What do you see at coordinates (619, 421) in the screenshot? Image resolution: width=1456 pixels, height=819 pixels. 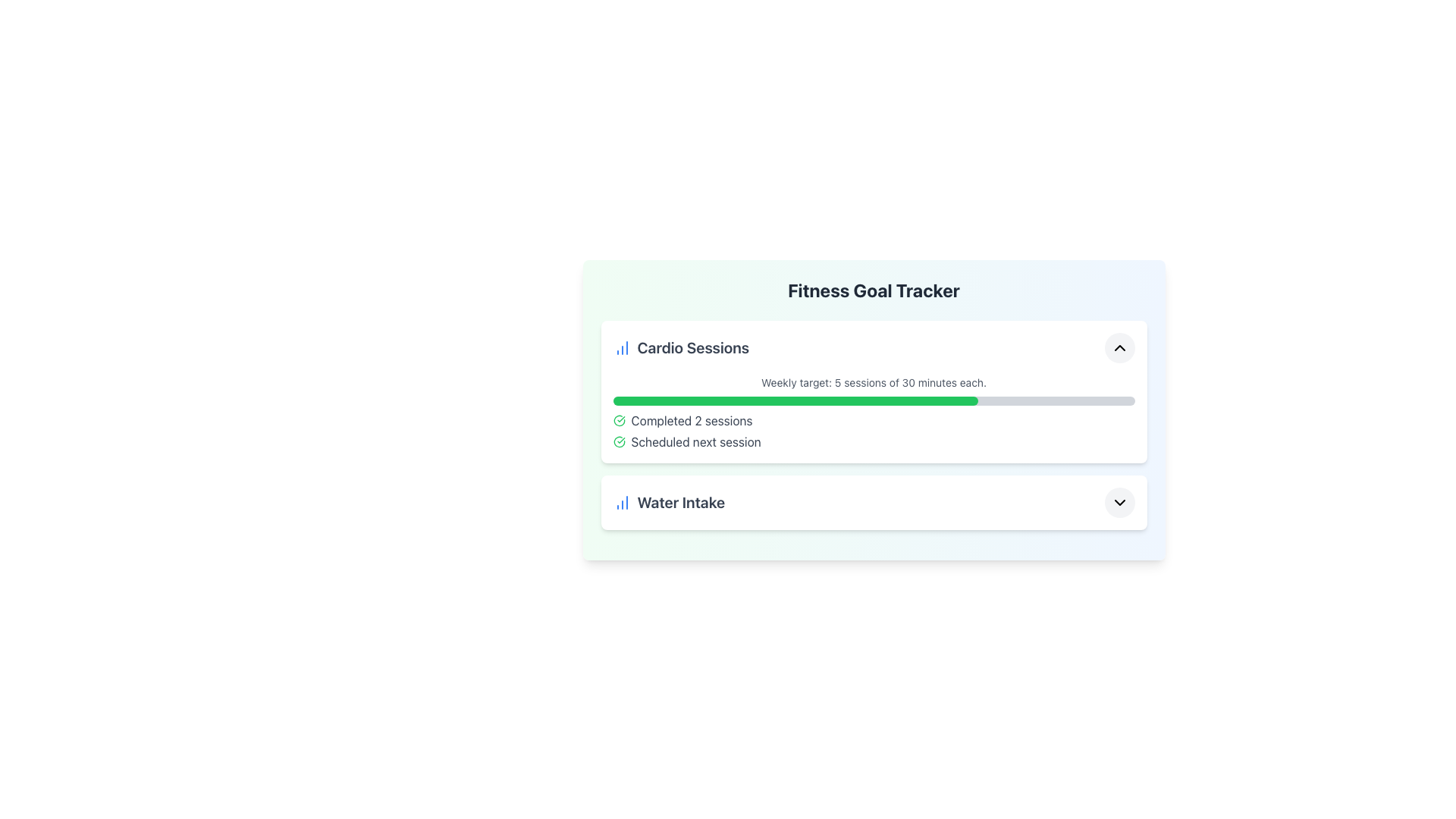 I see `the success indicator icon that precedes the text 'Completed 2 sessions'` at bounding box center [619, 421].